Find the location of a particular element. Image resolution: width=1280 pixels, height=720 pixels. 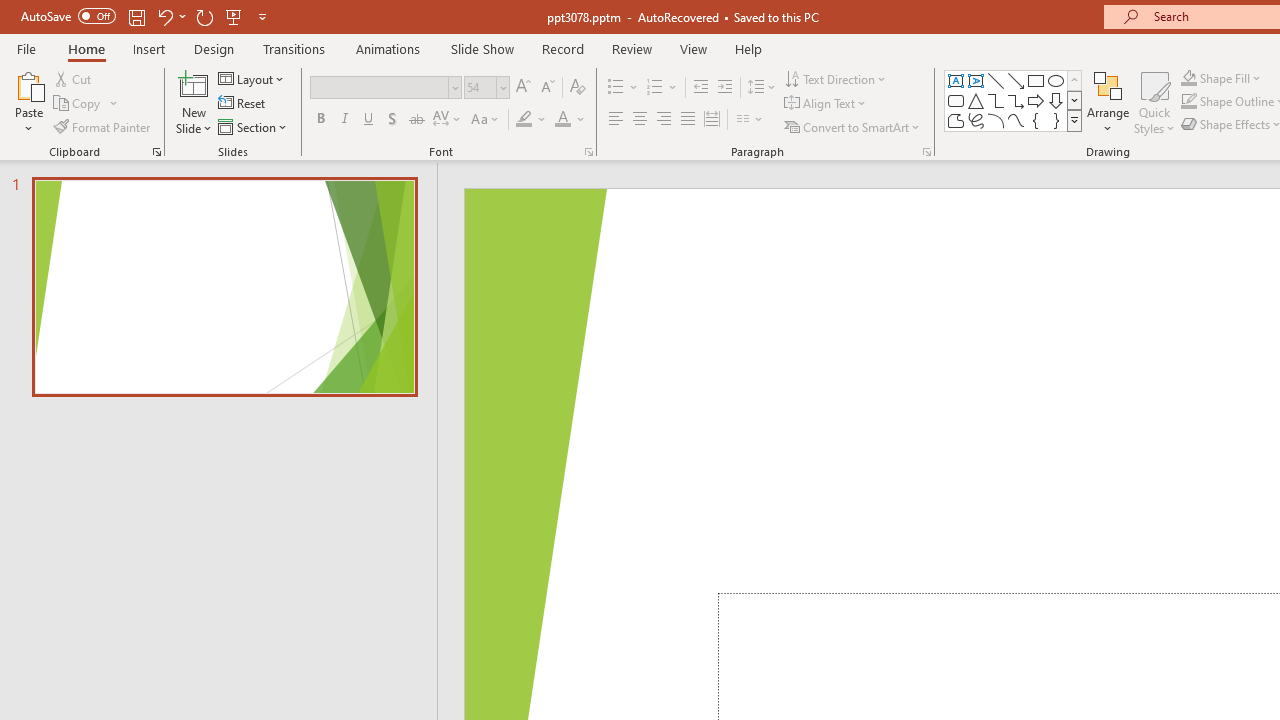

'Freeform: Scribble' is located at coordinates (976, 120).